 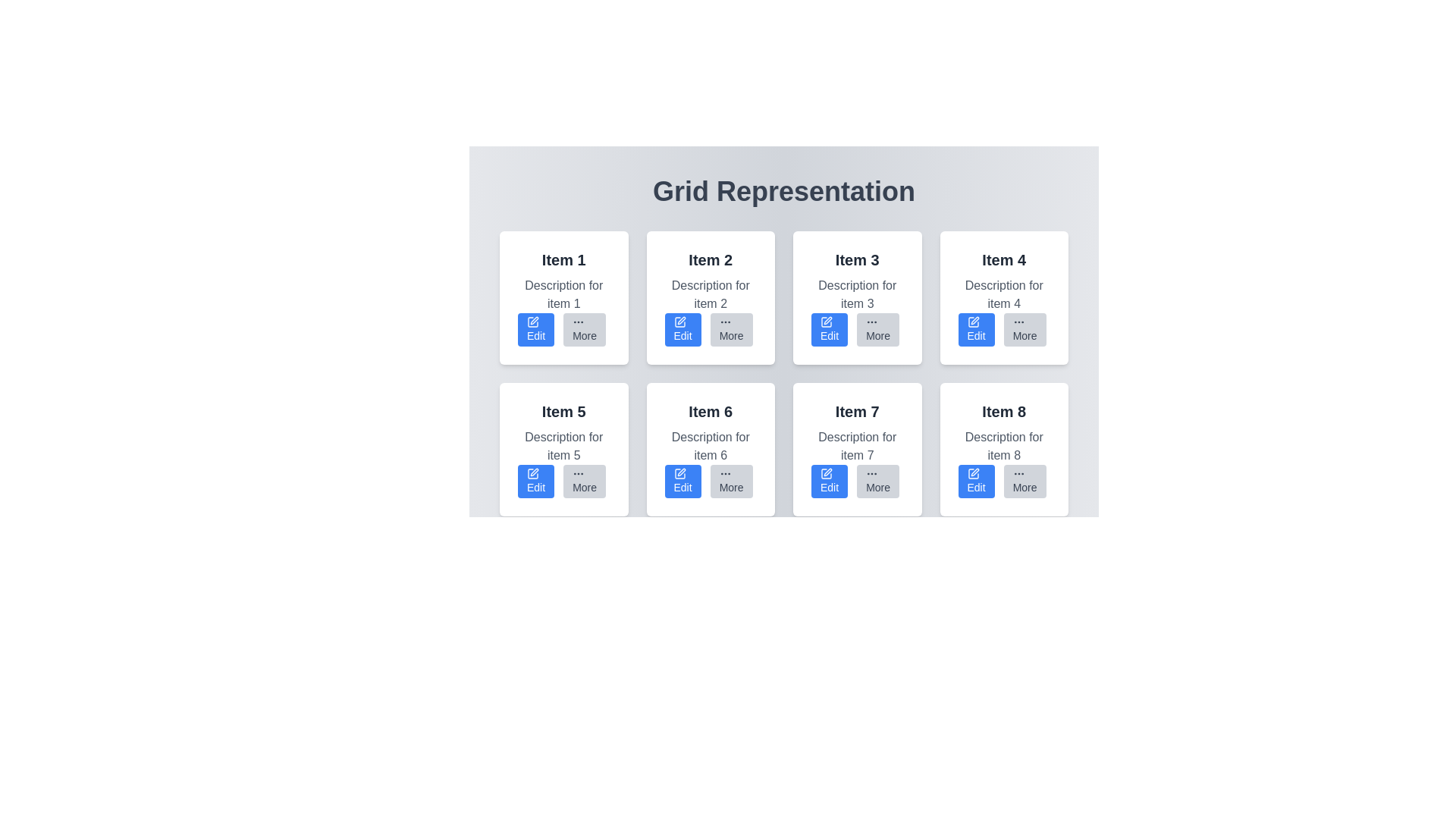 I want to click on the icon located under the card labelled 'Item 5' in the bottom row of the grid for accessibility navigation, so click(x=532, y=626).